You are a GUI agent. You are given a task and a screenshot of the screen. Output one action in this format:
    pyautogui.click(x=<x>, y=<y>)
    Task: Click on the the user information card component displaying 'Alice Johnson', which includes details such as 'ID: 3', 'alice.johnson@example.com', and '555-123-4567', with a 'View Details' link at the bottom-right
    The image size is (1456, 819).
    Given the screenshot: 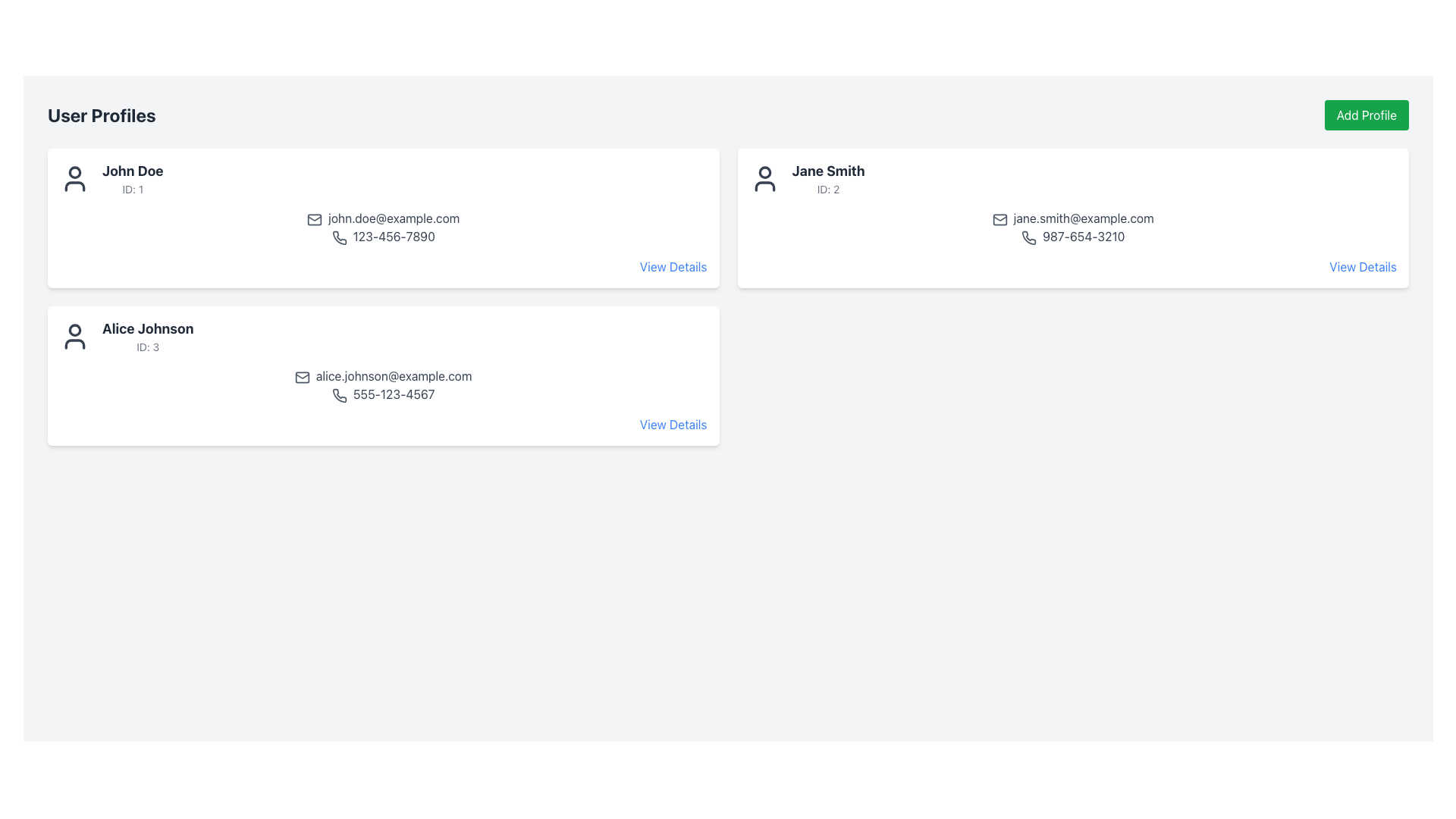 What is the action you would take?
    pyautogui.click(x=383, y=375)
    